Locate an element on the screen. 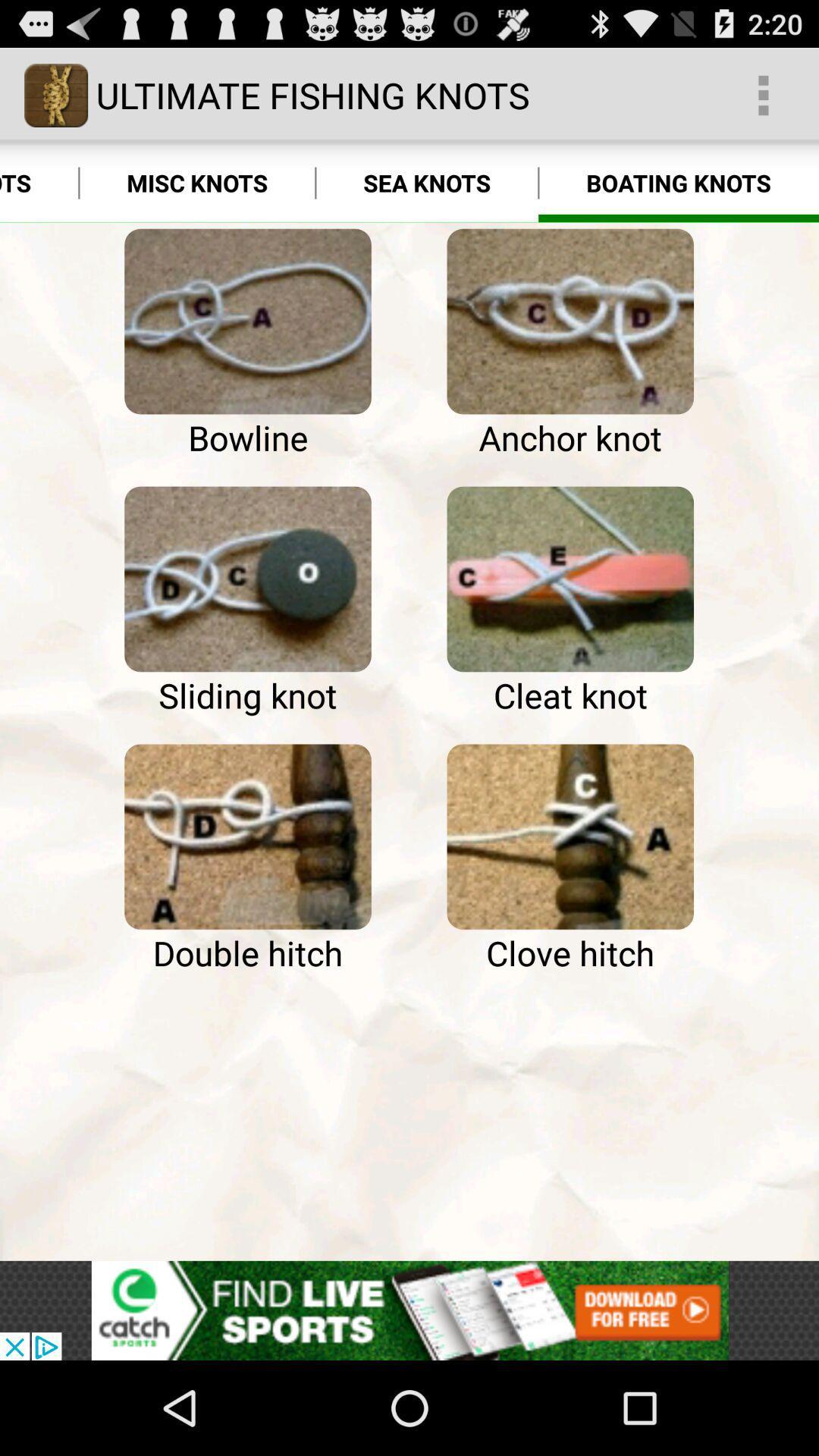 The height and width of the screenshot is (1456, 819). click the picture is located at coordinates (570, 578).